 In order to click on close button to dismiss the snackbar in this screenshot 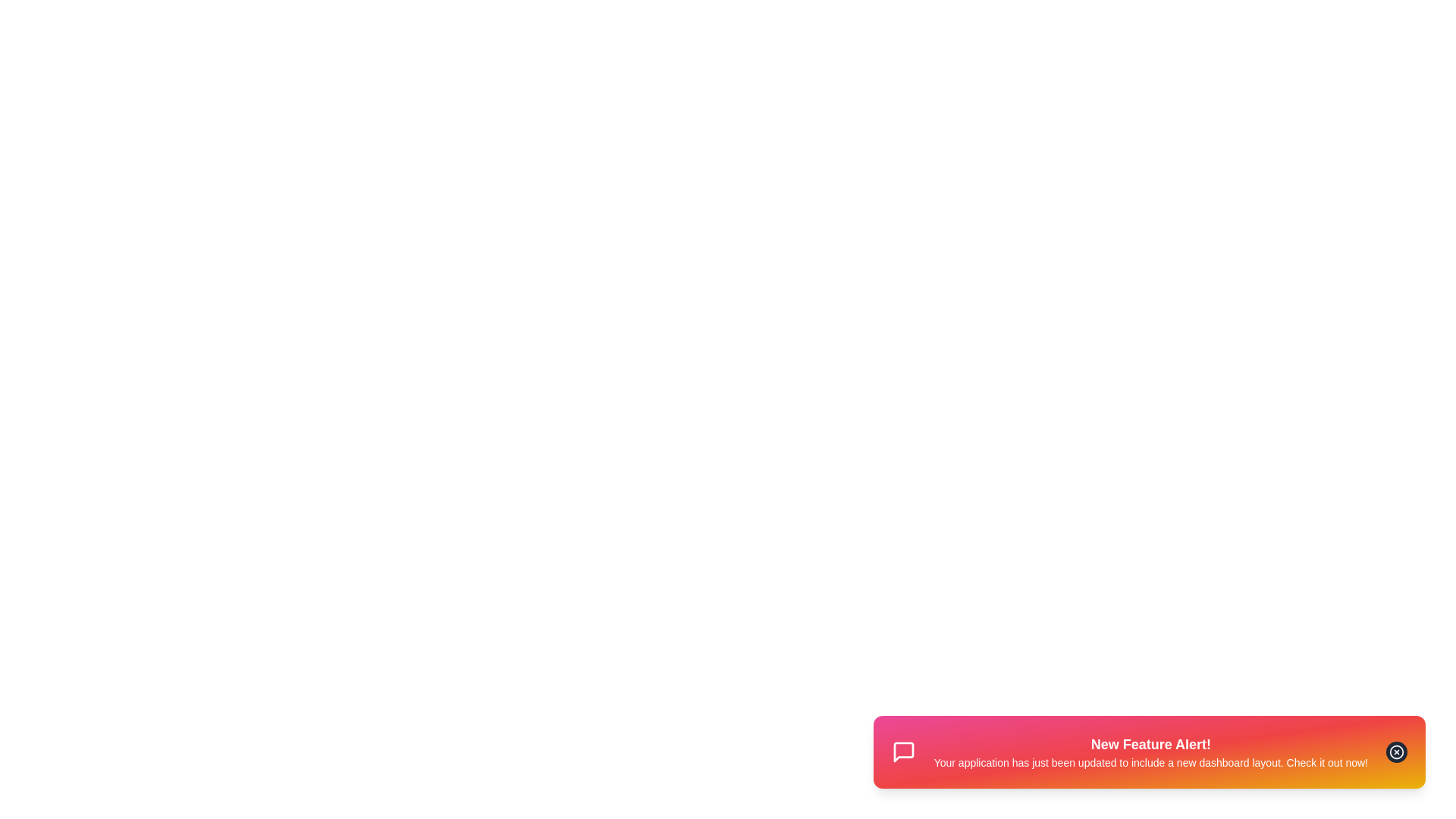, I will do `click(1396, 752)`.